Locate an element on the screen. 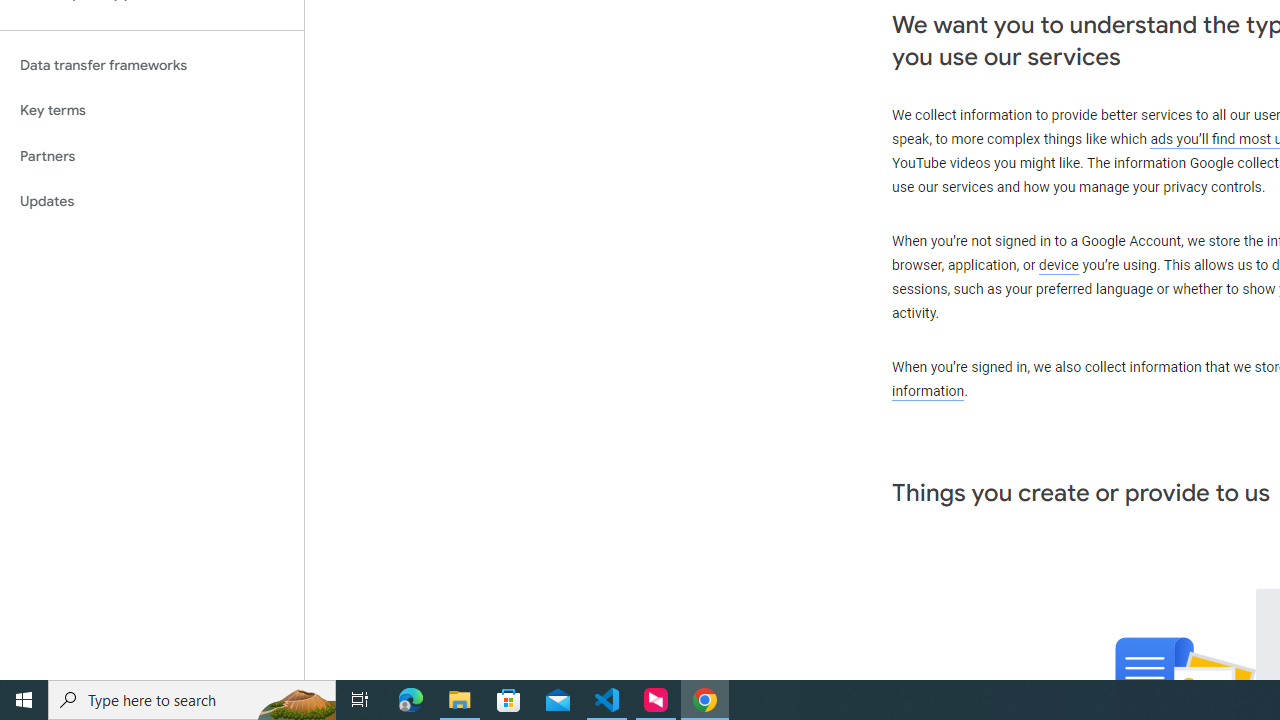 Image resolution: width=1280 pixels, height=720 pixels. 'Task View' is located at coordinates (359, 698).